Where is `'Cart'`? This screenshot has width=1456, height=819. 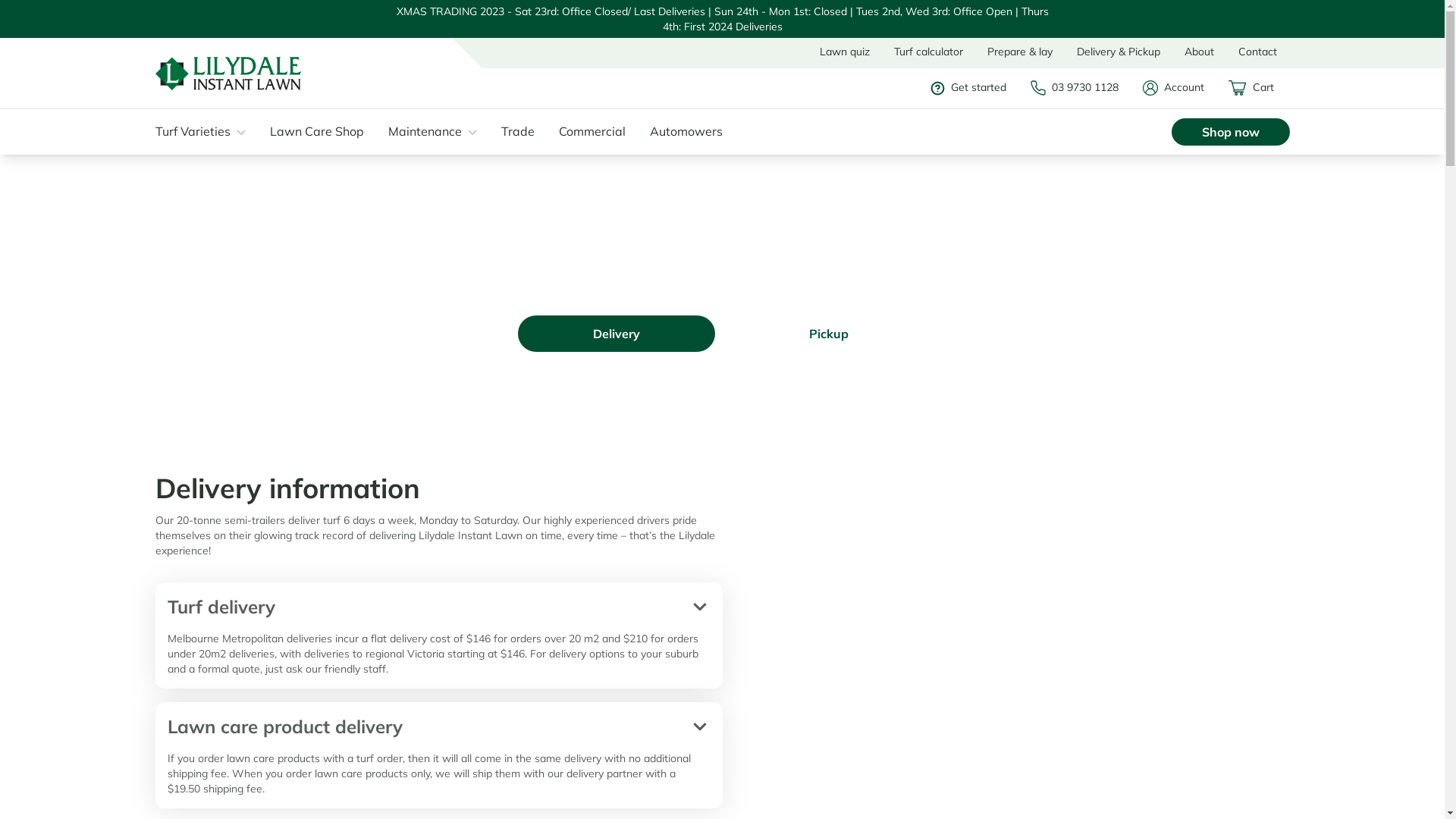
'Cart' is located at coordinates (1259, 87).